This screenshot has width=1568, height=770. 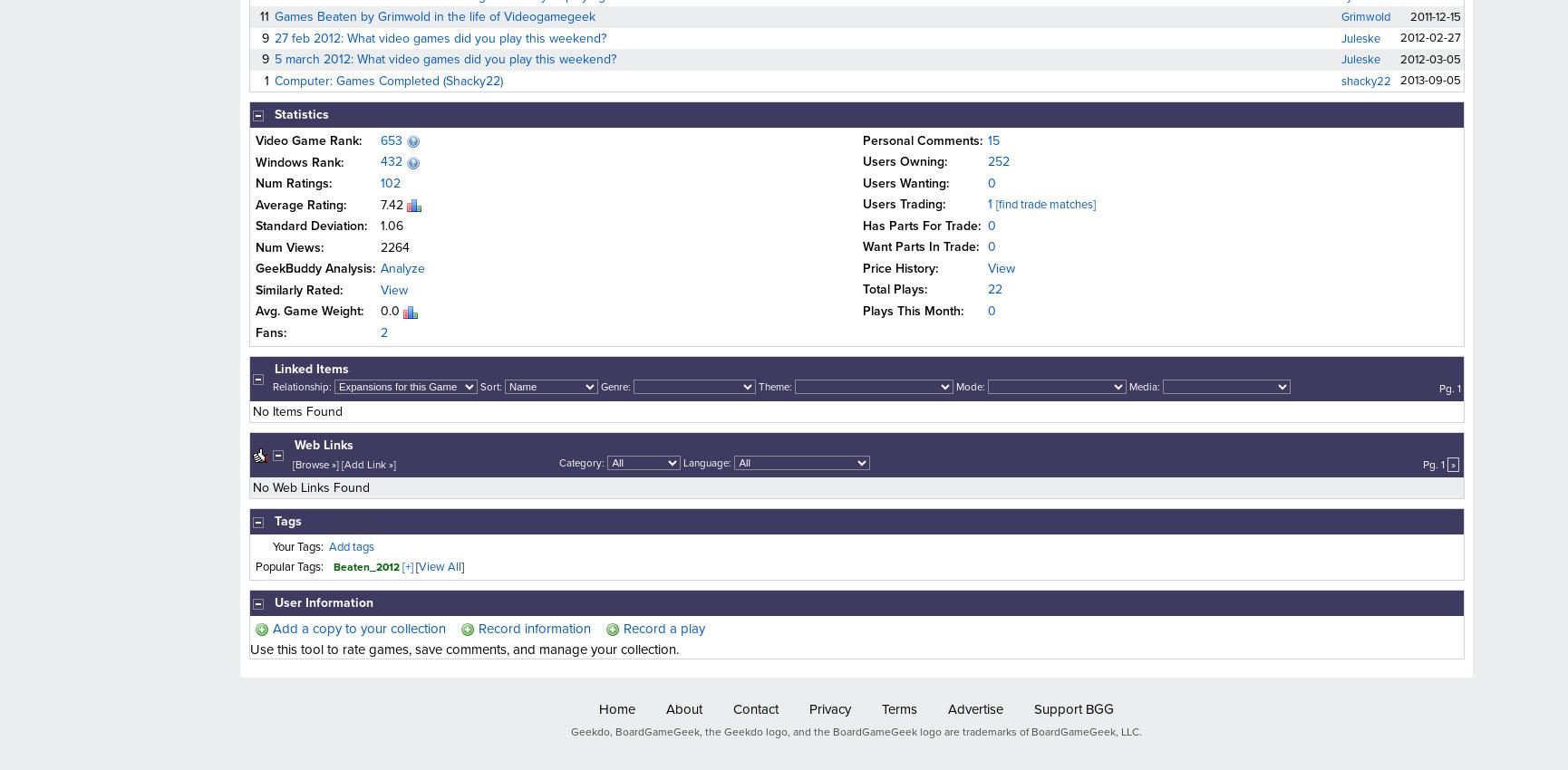 I want to click on ']
												[', so click(x=336, y=463).